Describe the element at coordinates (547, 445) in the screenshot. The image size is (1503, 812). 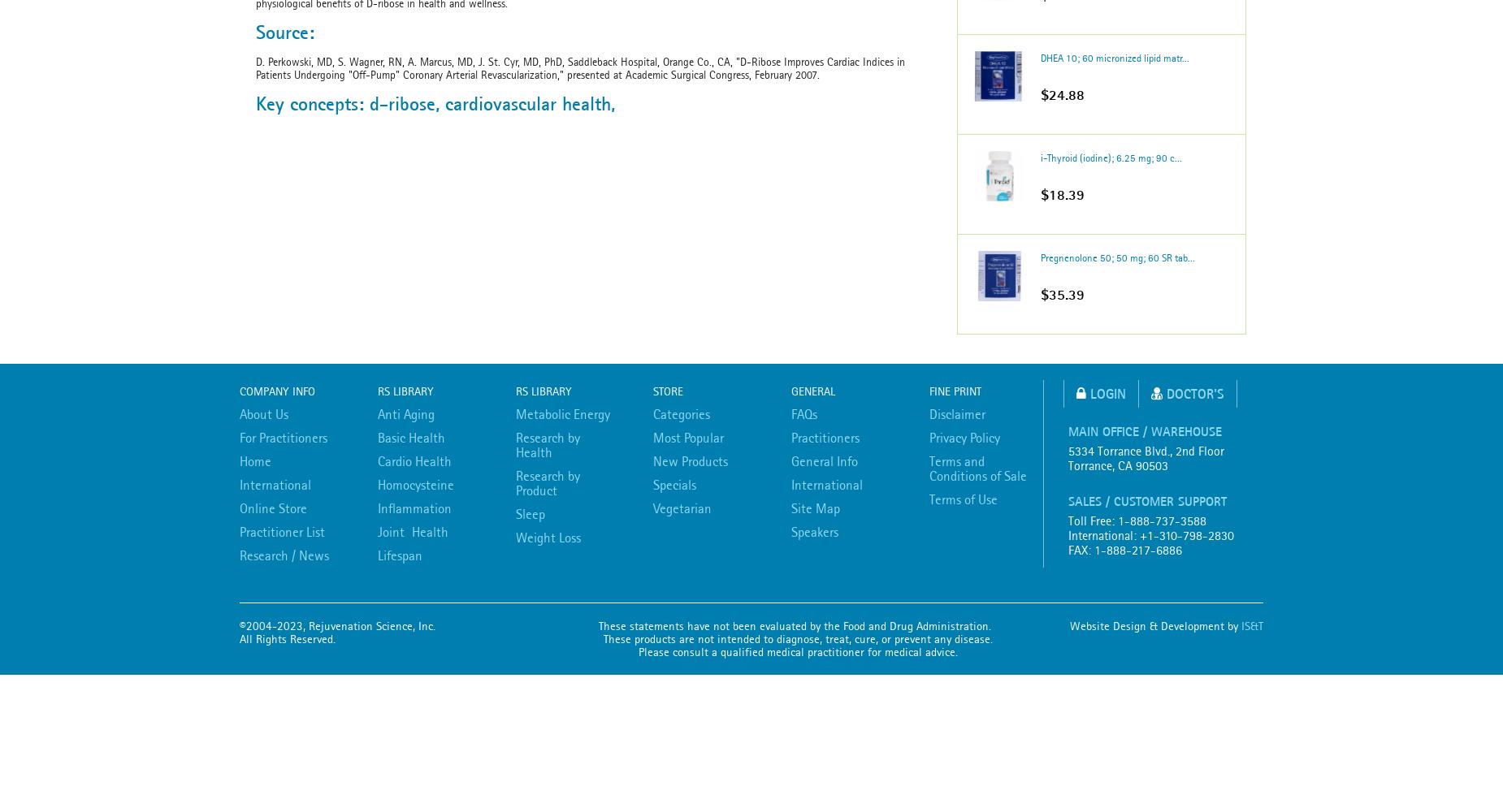
I see `'Research by Health'` at that location.